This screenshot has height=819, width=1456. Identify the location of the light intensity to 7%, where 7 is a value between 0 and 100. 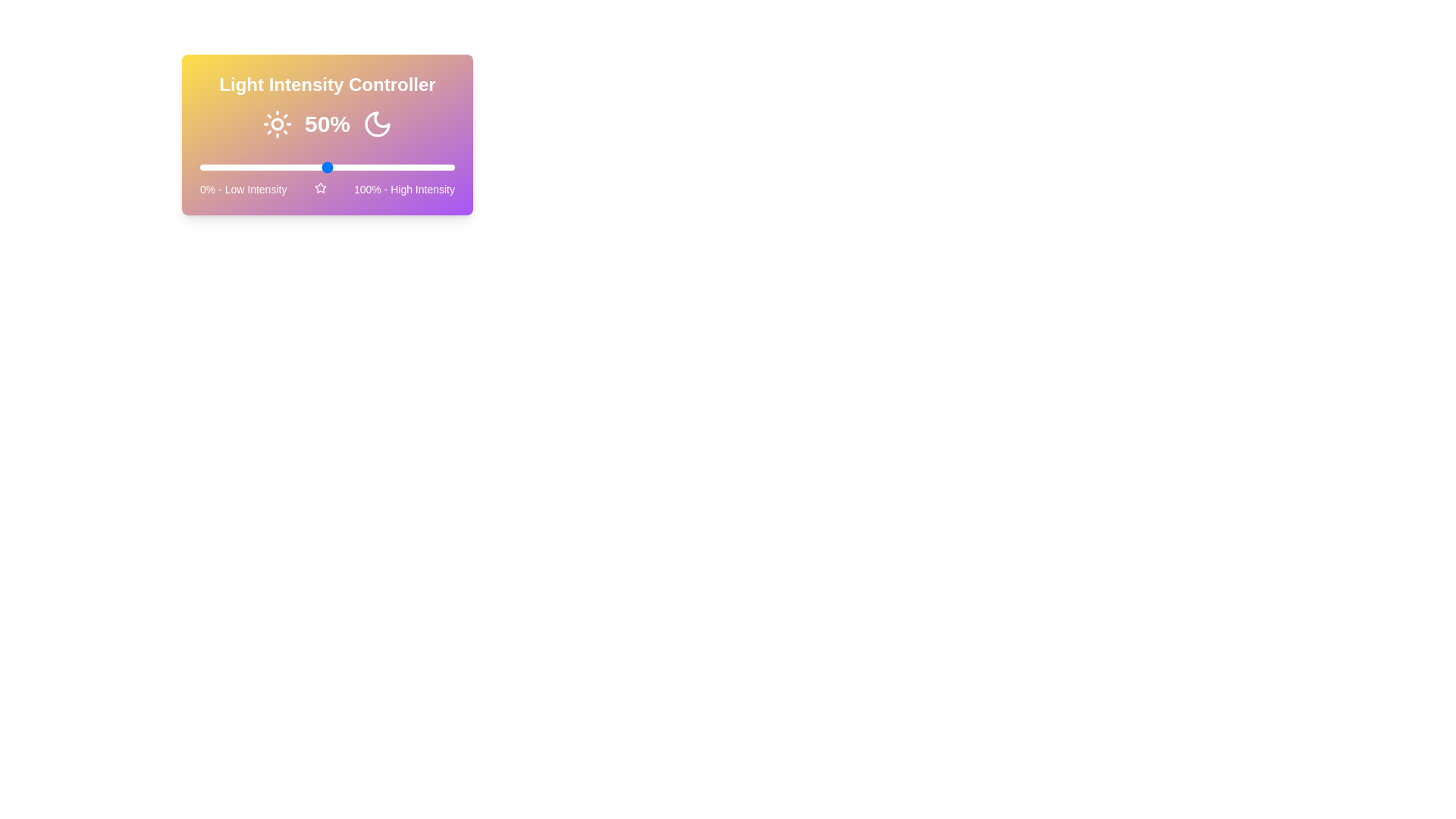
(217, 167).